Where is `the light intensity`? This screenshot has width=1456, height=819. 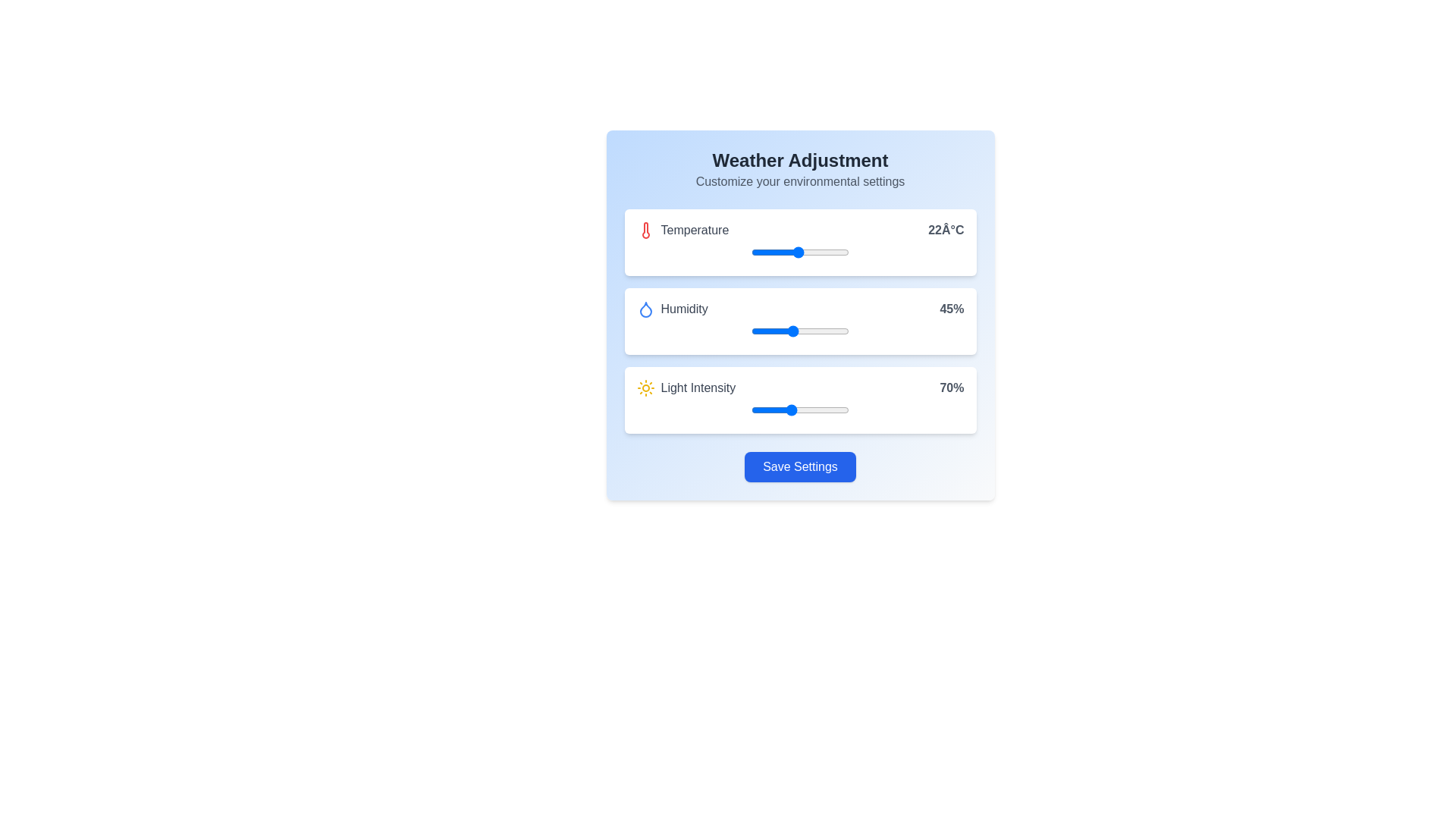
the light intensity is located at coordinates (793, 409).